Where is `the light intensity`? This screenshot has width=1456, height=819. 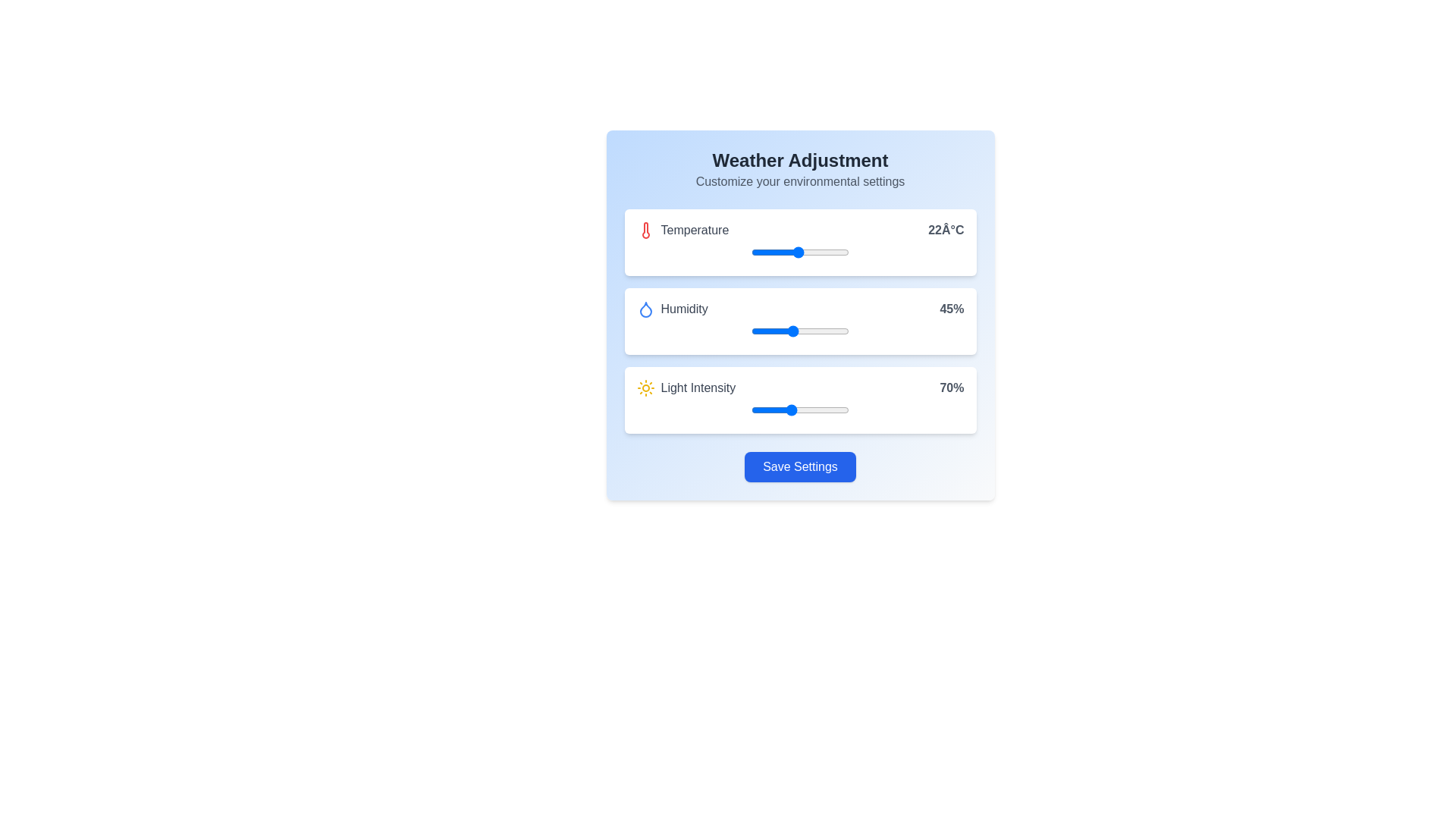
the light intensity is located at coordinates (793, 409).